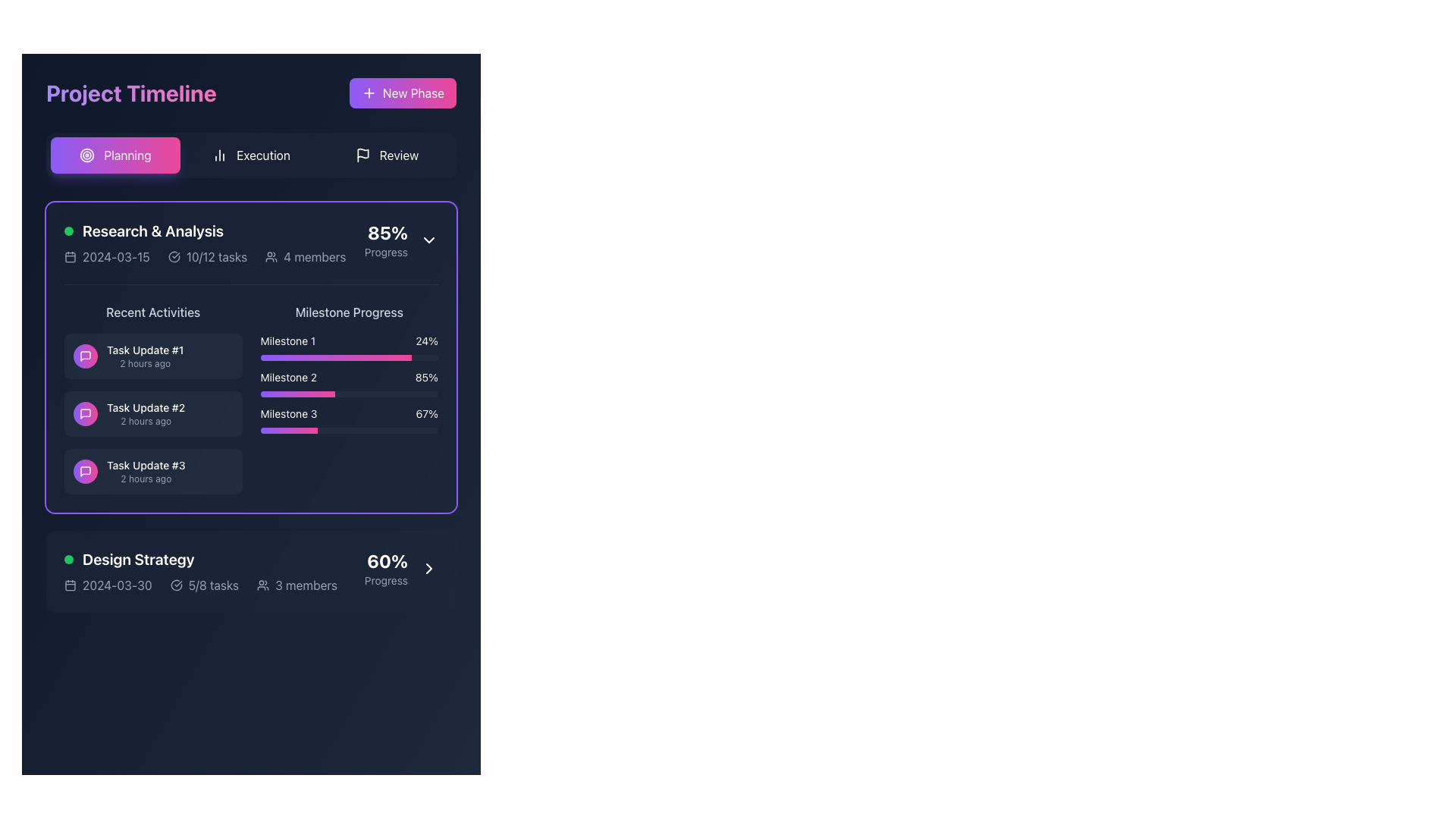 This screenshot has height=819, width=1456. What do you see at coordinates (369, 93) in the screenshot?
I see `the icon for creating or adding a new phase, which is located inside the 'New Phase' button at the top-right corner of the interface` at bounding box center [369, 93].